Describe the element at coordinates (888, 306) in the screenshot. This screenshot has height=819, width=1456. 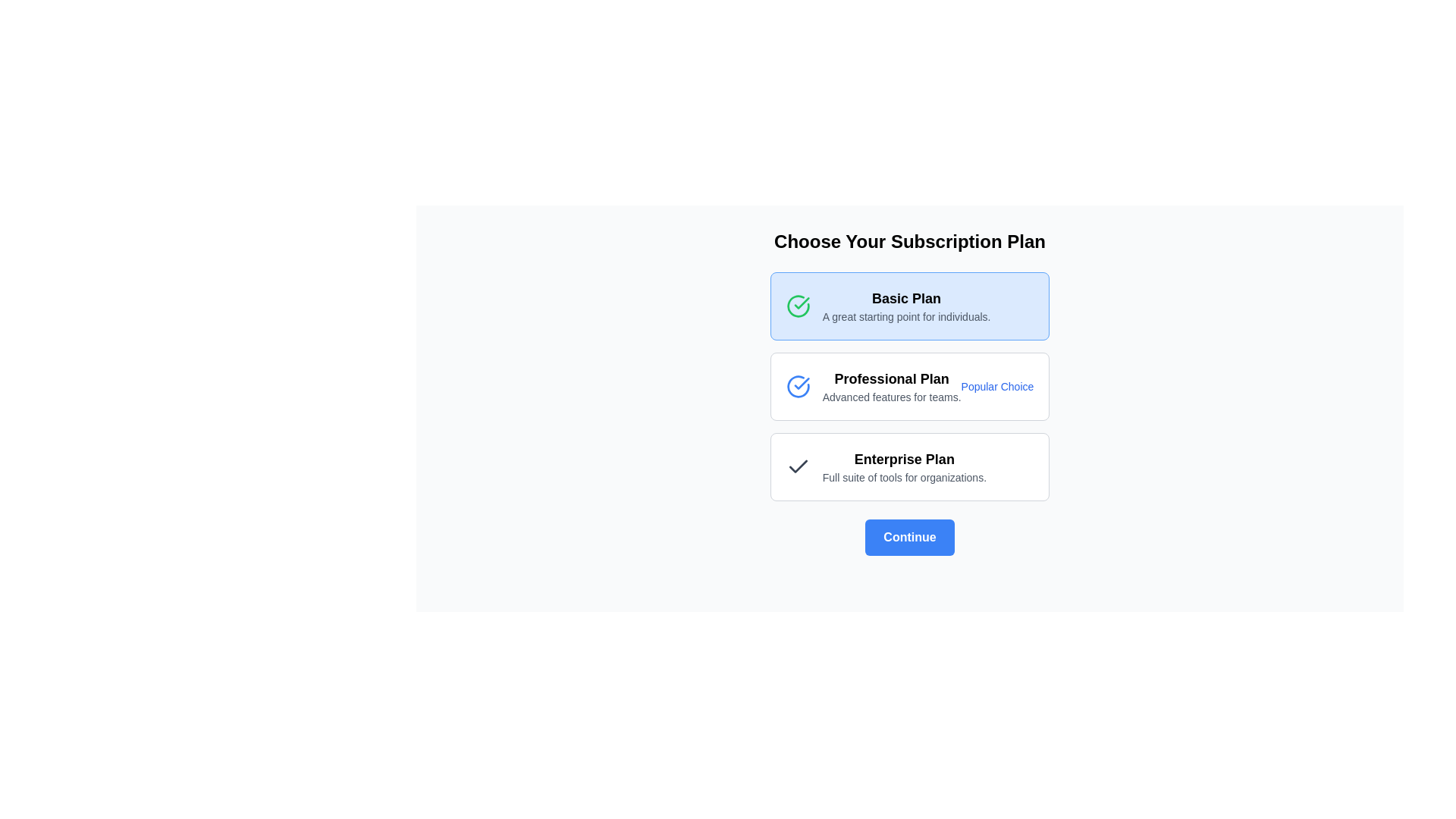
I see `the 'Basic Plan' subscription option, which is the topmost item in a vertical list of subscription plans, represented by a light blue rounded rectangle` at that location.